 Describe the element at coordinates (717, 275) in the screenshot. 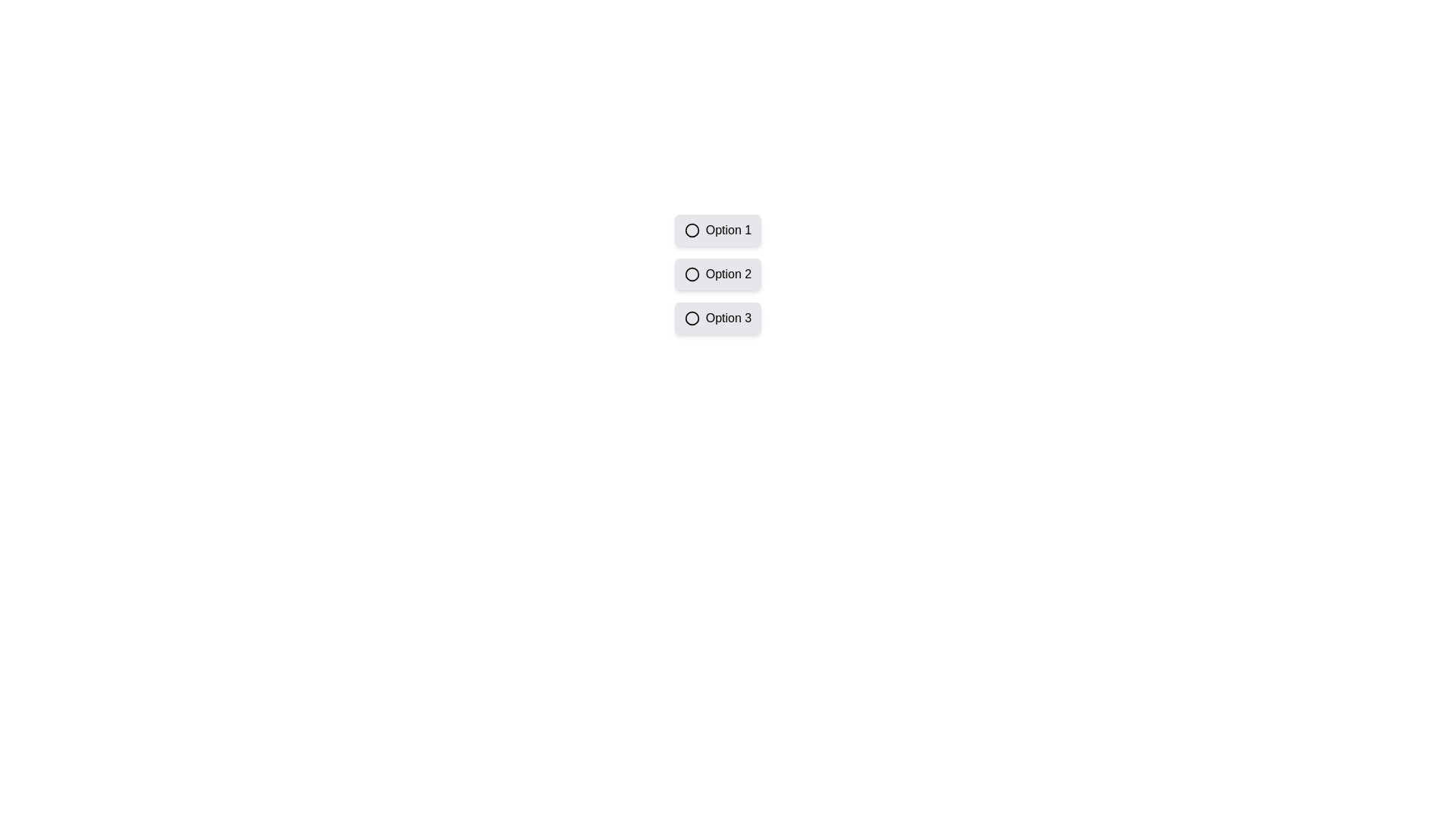

I see `the second radio button labeled 'Option 2' in a vertical stack of three options` at that location.